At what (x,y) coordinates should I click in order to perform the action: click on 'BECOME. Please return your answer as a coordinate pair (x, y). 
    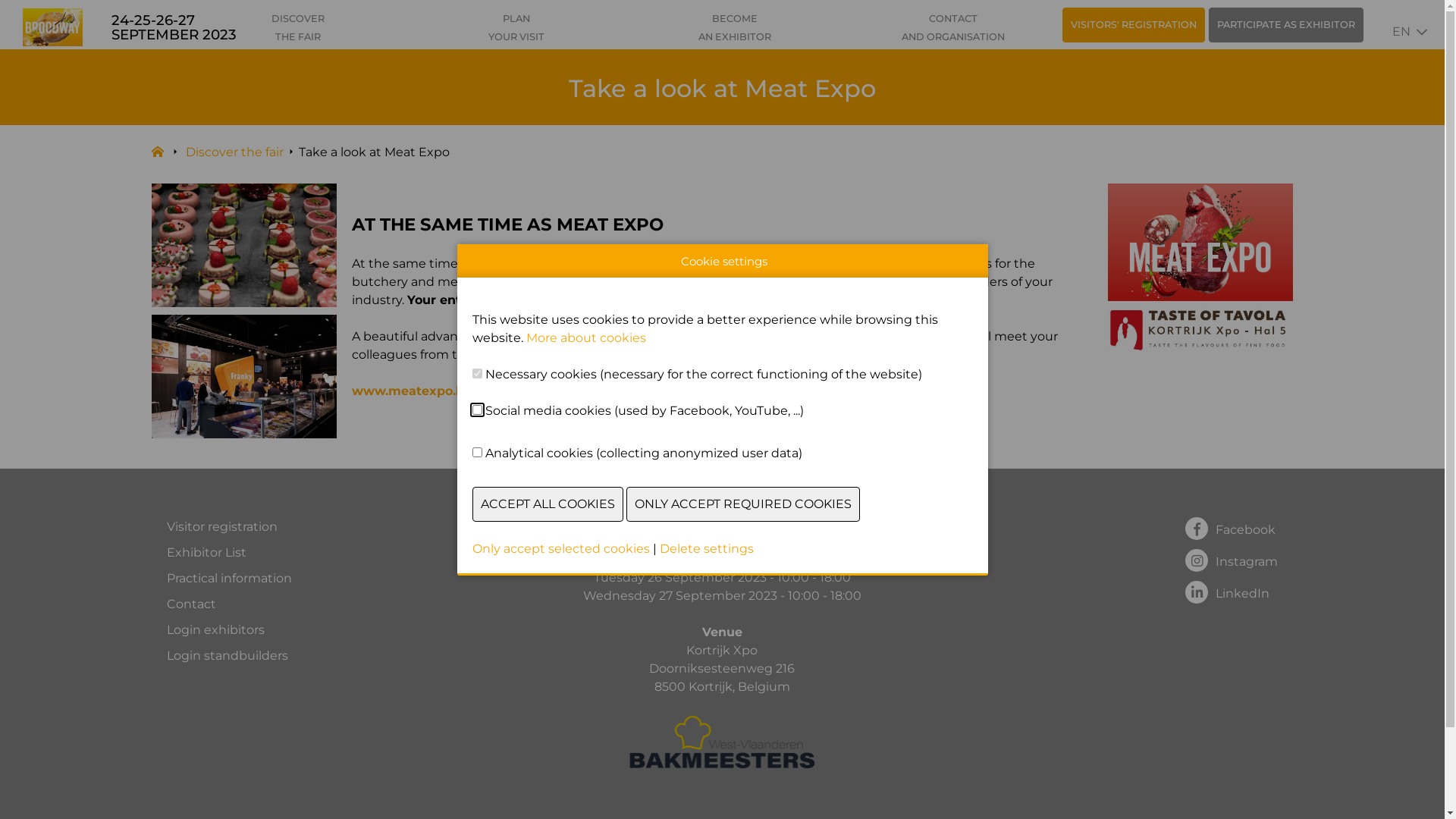
    Looking at the image, I should click on (735, 28).